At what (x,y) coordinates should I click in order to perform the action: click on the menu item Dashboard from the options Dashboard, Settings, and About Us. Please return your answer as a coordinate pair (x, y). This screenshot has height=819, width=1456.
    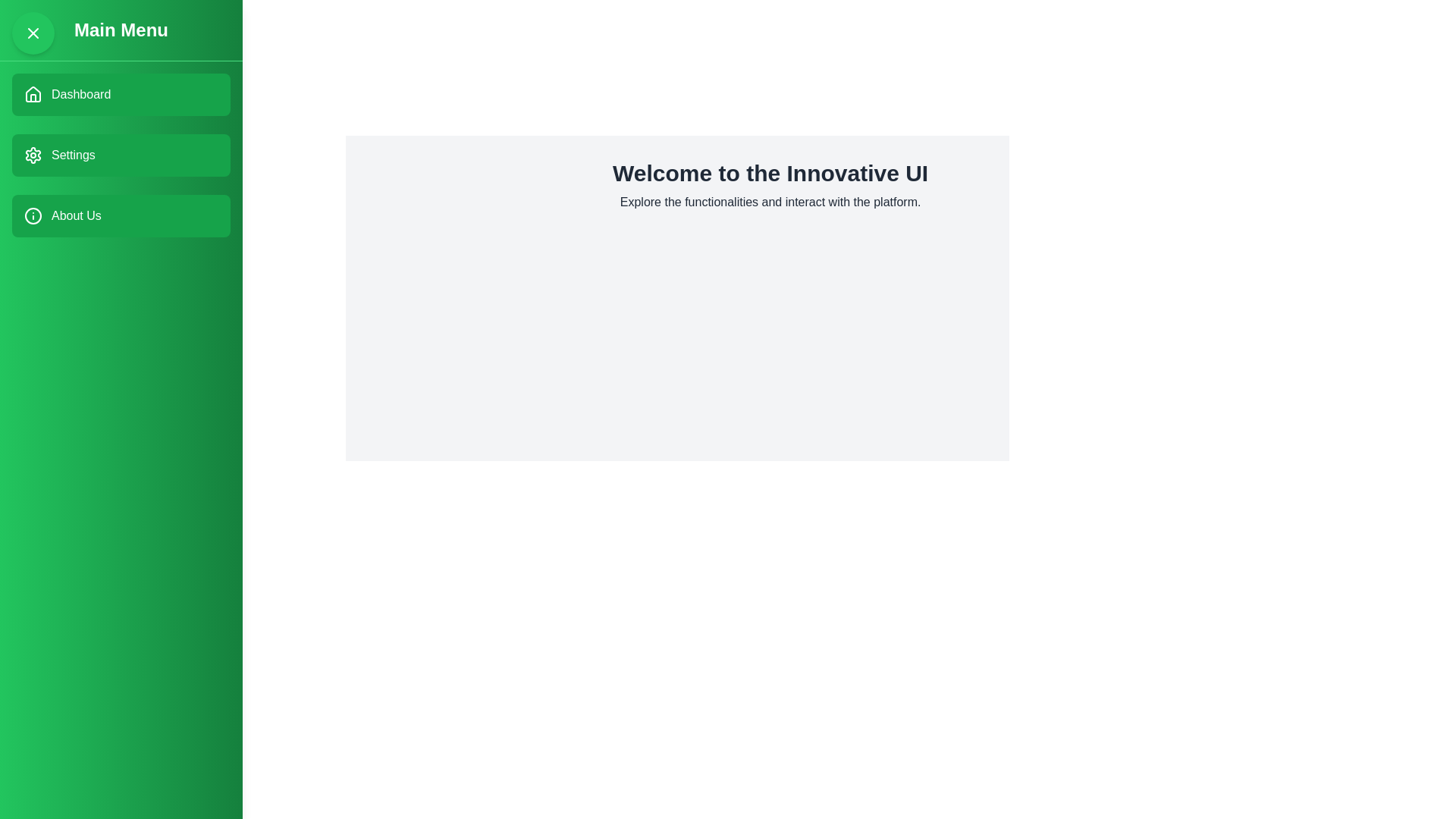
    Looking at the image, I should click on (120, 94).